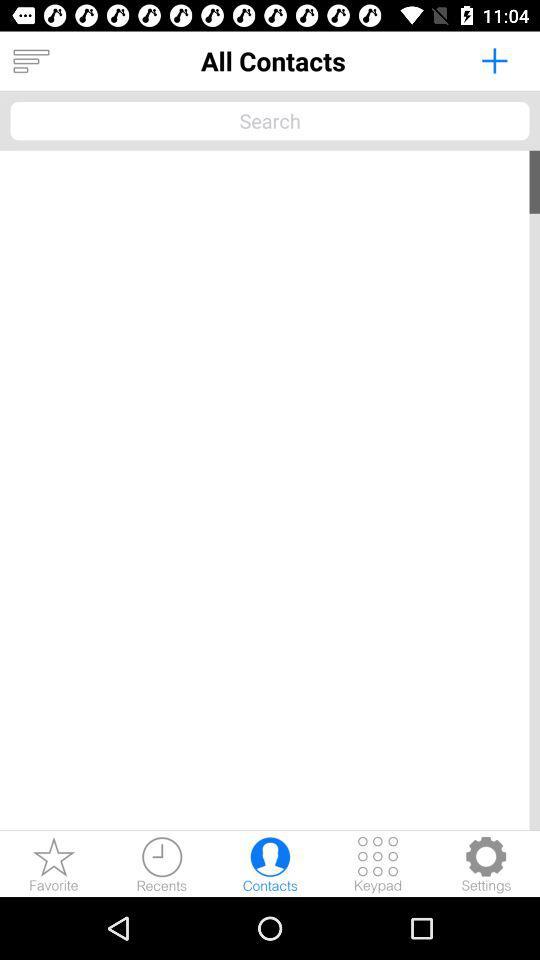 This screenshot has width=540, height=960. Describe the element at coordinates (30, 61) in the screenshot. I see `menu options` at that location.